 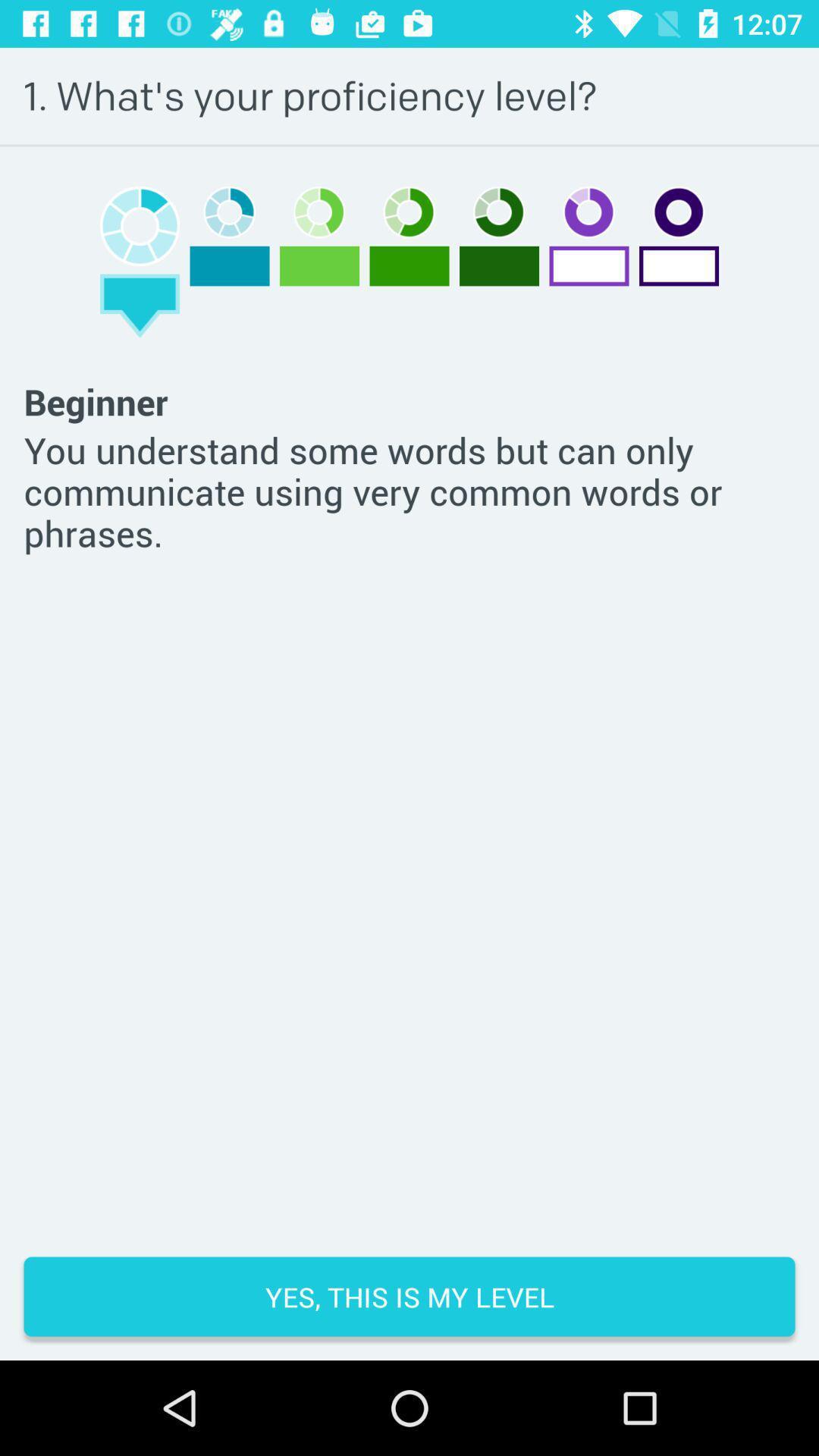 I want to click on the yes this is, so click(x=409, y=1295).